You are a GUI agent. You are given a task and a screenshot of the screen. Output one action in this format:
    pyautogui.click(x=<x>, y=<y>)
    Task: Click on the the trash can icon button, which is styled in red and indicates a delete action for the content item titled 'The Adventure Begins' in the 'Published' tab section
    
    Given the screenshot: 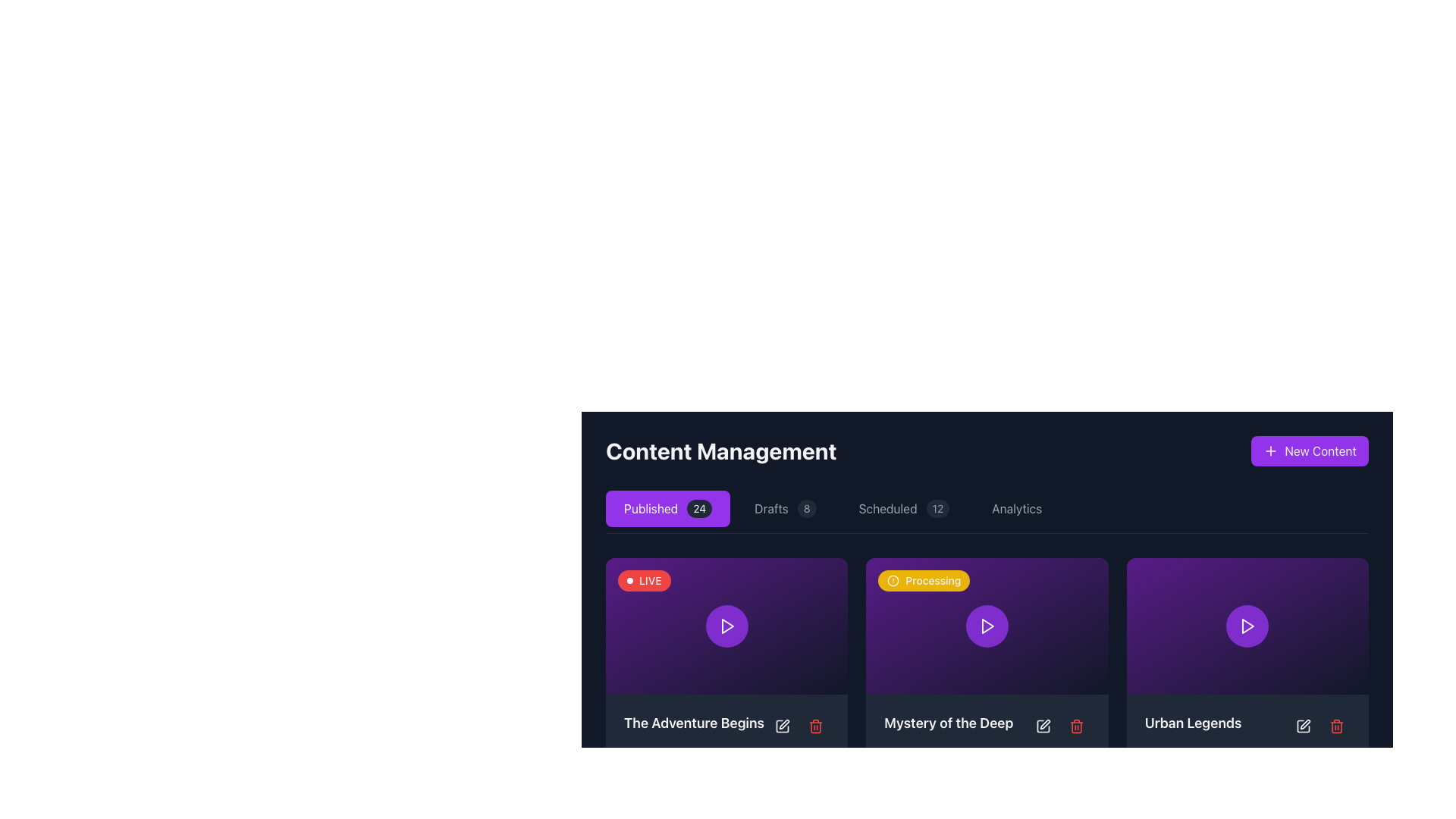 What is the action you would take?
    pyautogui.click(x=815, y=725)
    